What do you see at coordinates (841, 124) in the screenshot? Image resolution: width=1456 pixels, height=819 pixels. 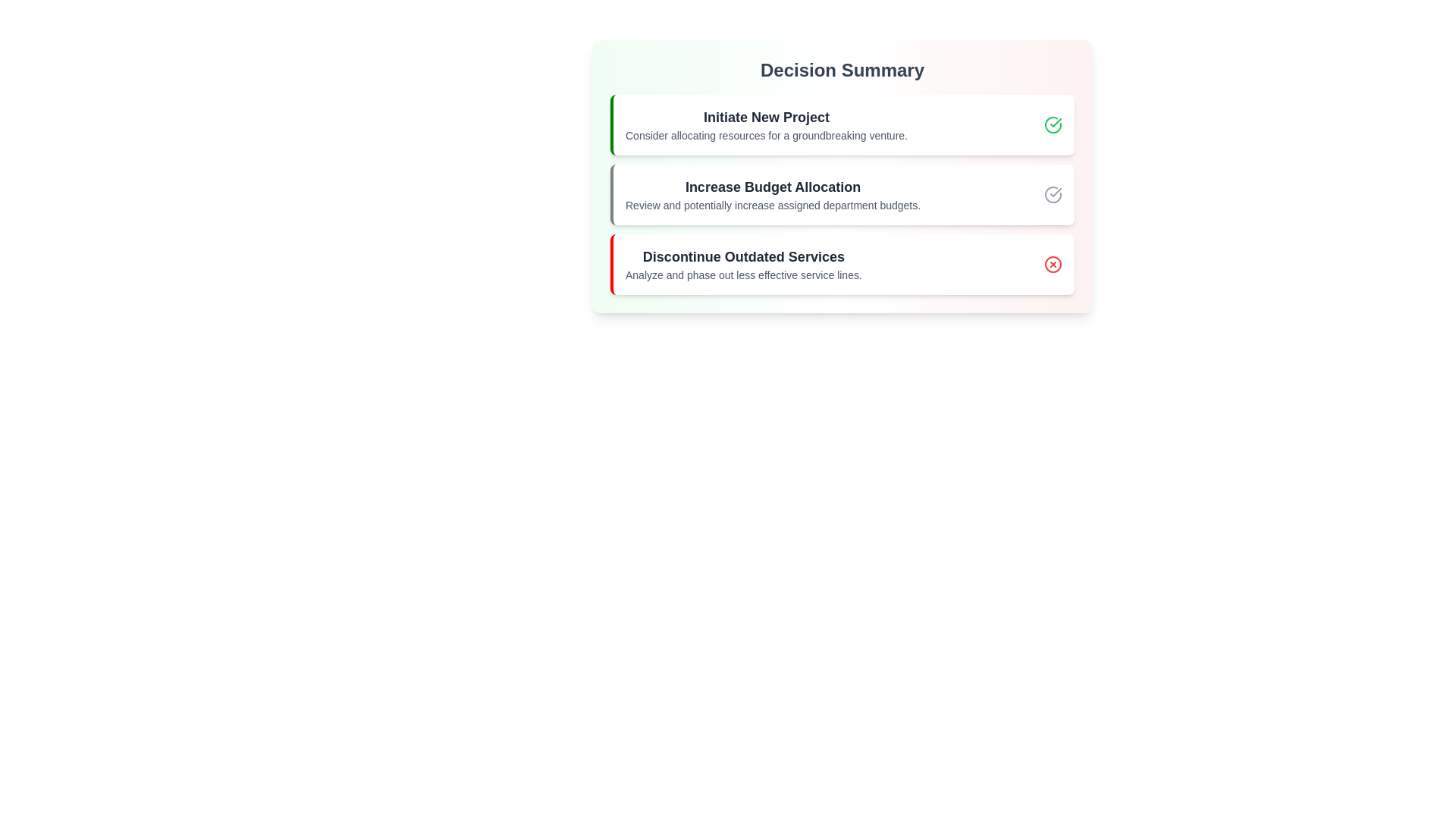 I see `the section Initiate New Project to emphasize its importance` at bounding box center [841, 124].